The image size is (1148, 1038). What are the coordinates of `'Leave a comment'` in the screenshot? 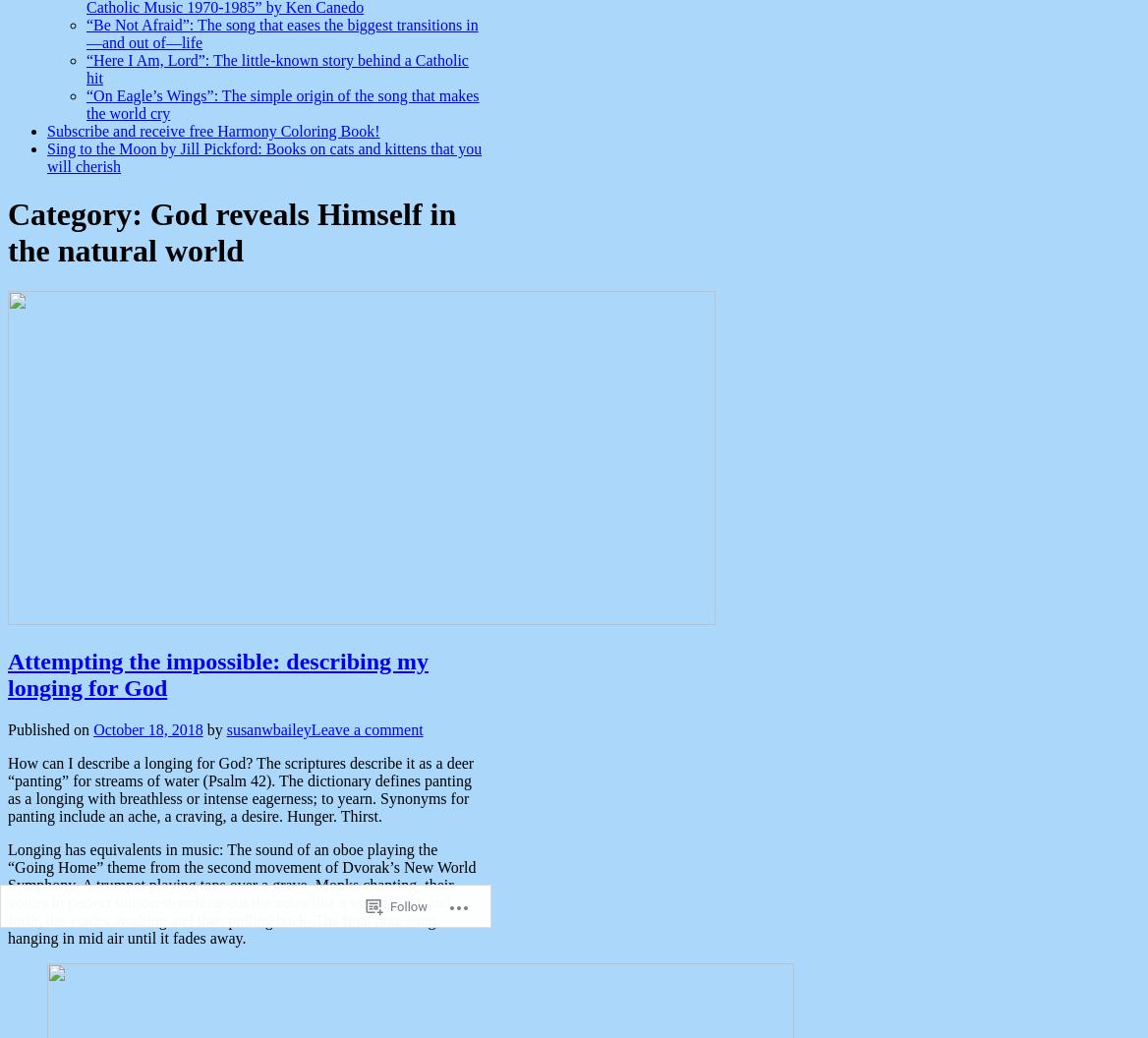 It's located at (365, 727).